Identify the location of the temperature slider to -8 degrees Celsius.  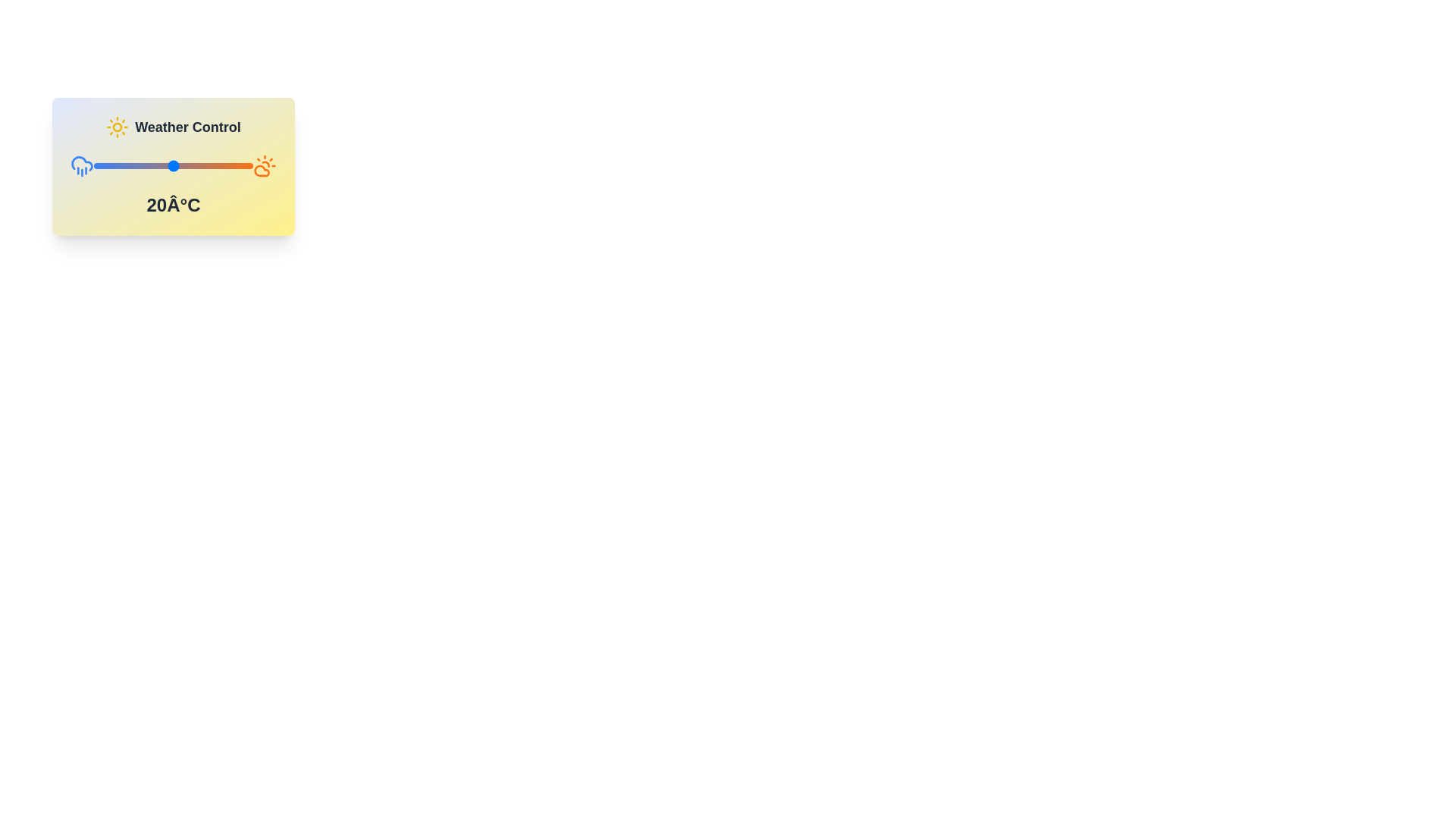
(98, 166).